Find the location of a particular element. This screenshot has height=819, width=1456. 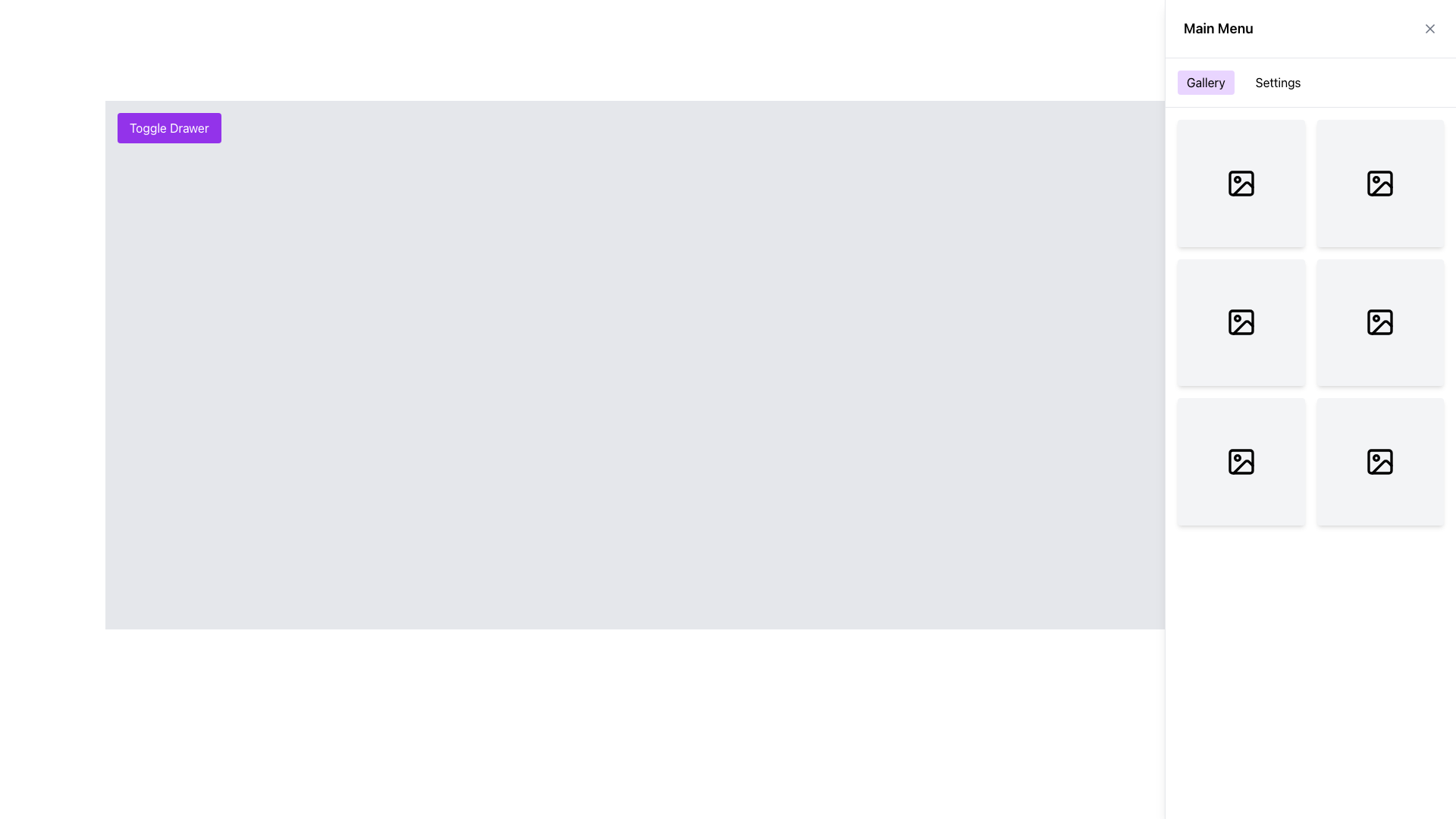

the SVG rectangle element that represents the top-right image icon in the gallery grid is located at coordinates (1380, 182).